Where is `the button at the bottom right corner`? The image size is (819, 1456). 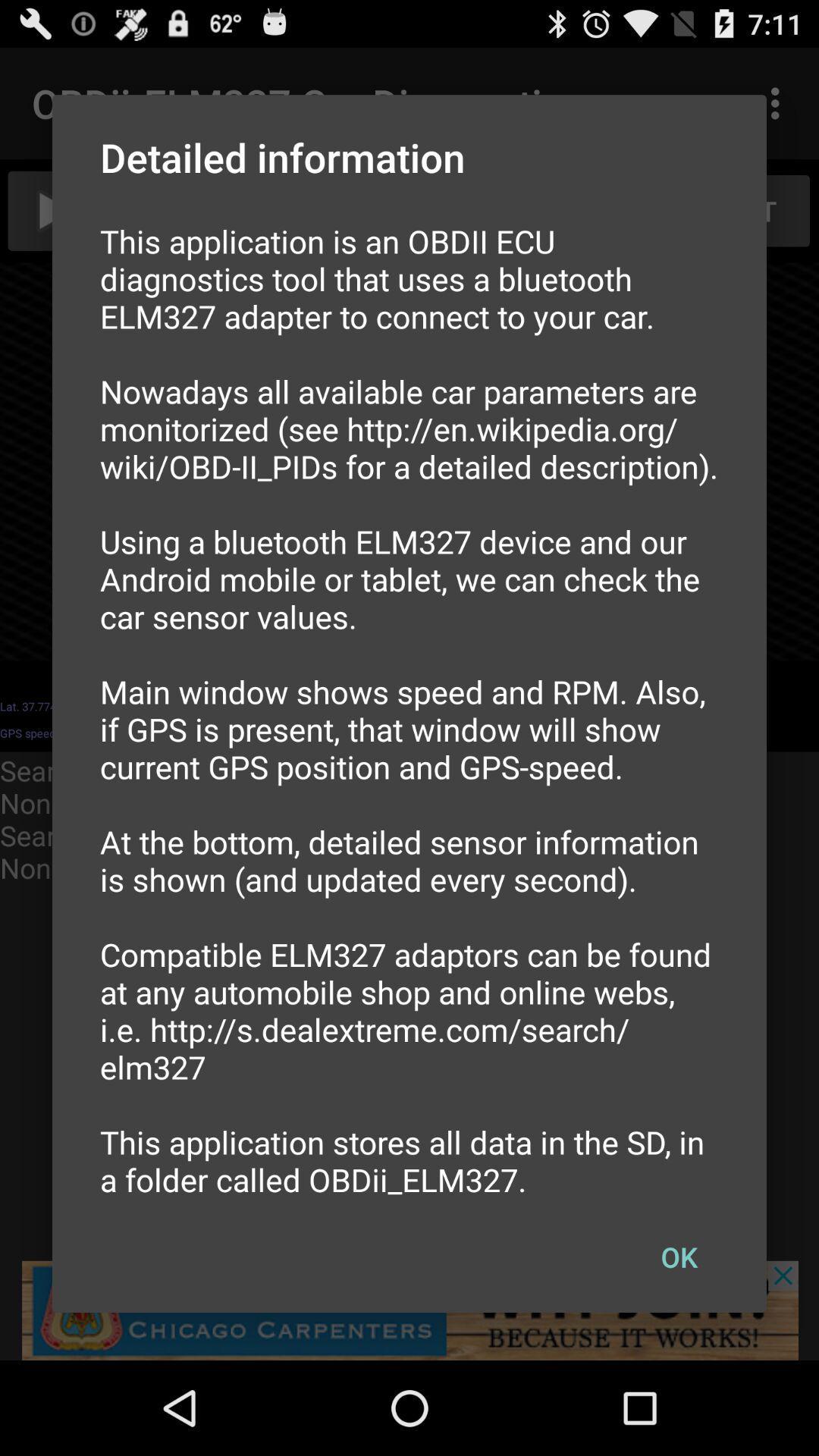
the button at the bottom right corner is located at coordinates (678, 1257).